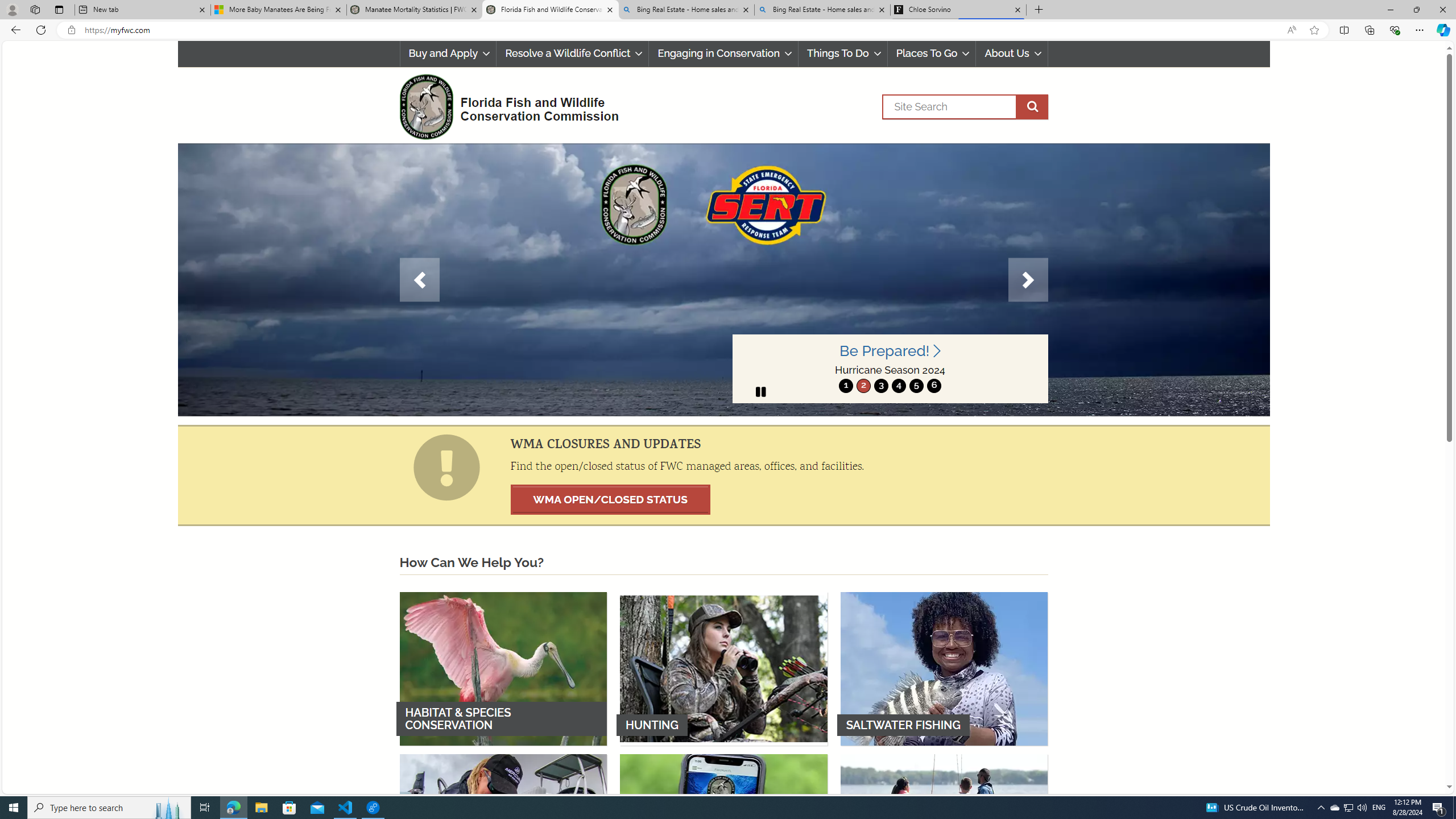 The width and height of the screenshot is (1456, 819). I want to click on 'FWC Logo Florida Fish and Wildlife Conservation Commission', so click(504, 105).